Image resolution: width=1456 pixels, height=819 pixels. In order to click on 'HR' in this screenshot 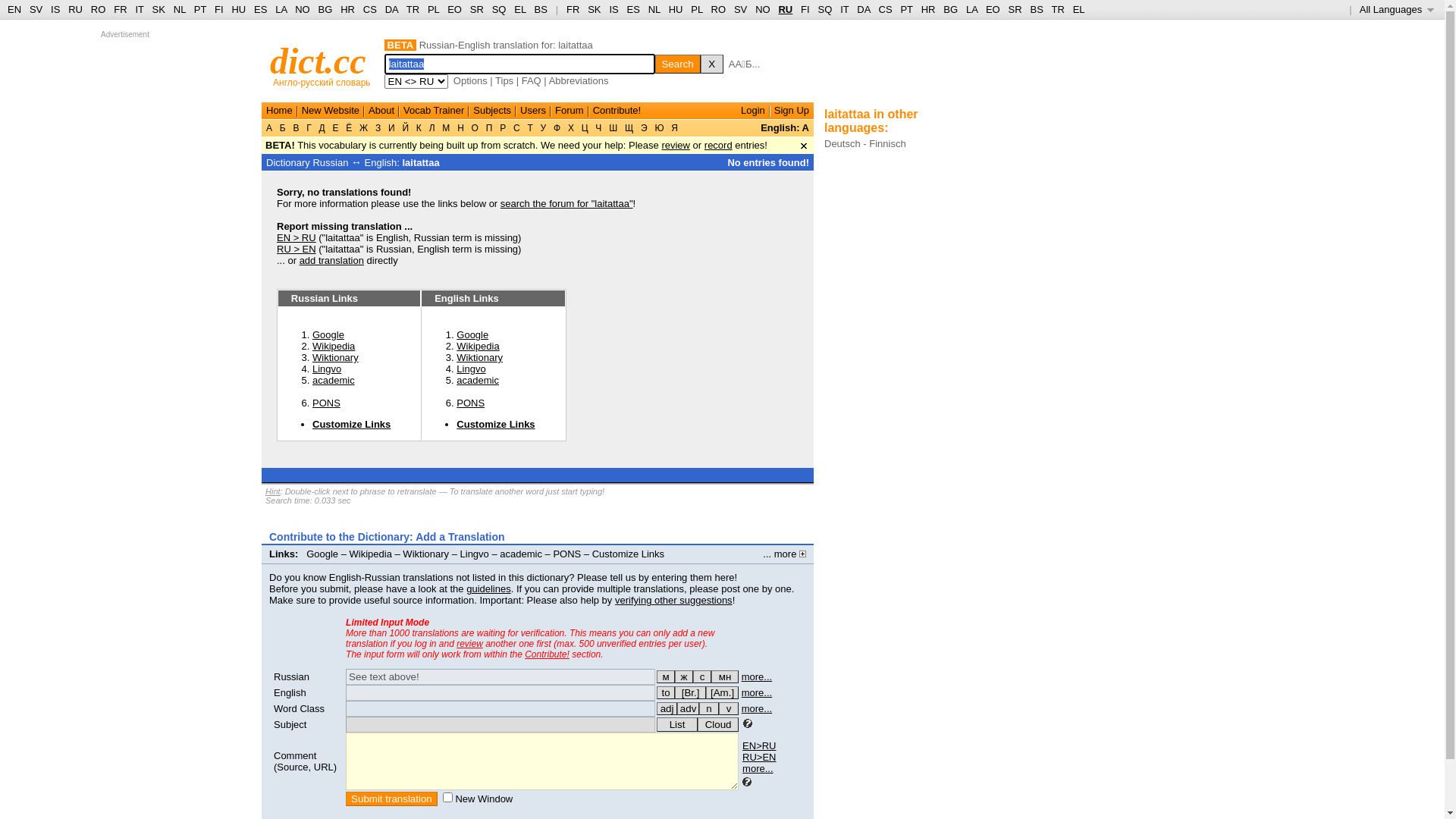, I will do `click(927, 9)`.